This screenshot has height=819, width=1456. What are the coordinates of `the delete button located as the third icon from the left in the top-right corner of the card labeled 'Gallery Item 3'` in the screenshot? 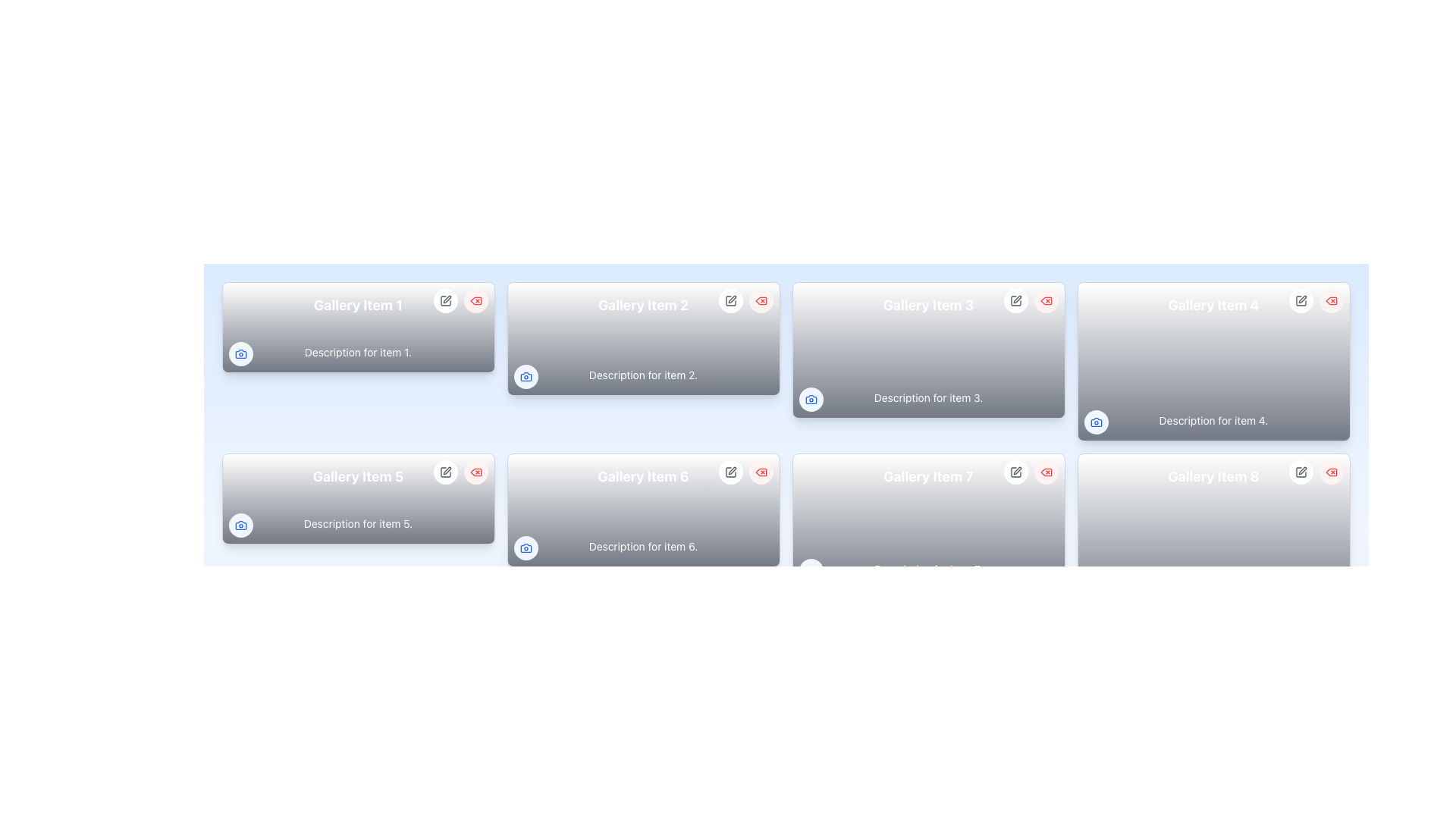 It's located at (1045, 301).